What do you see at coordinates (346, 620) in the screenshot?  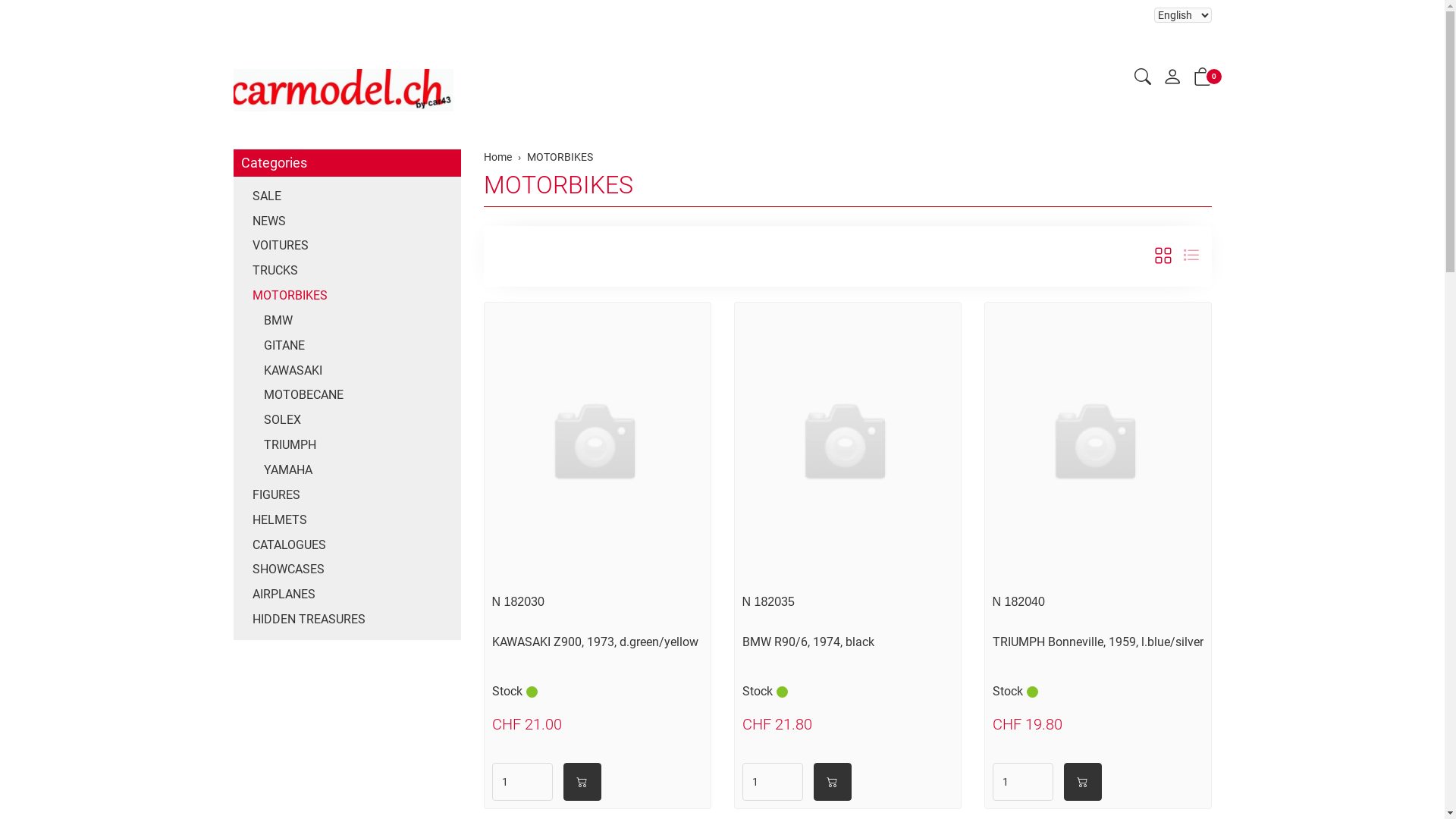 I see `'HIDDEN TREASURES'` at bounding box center [346, 620].